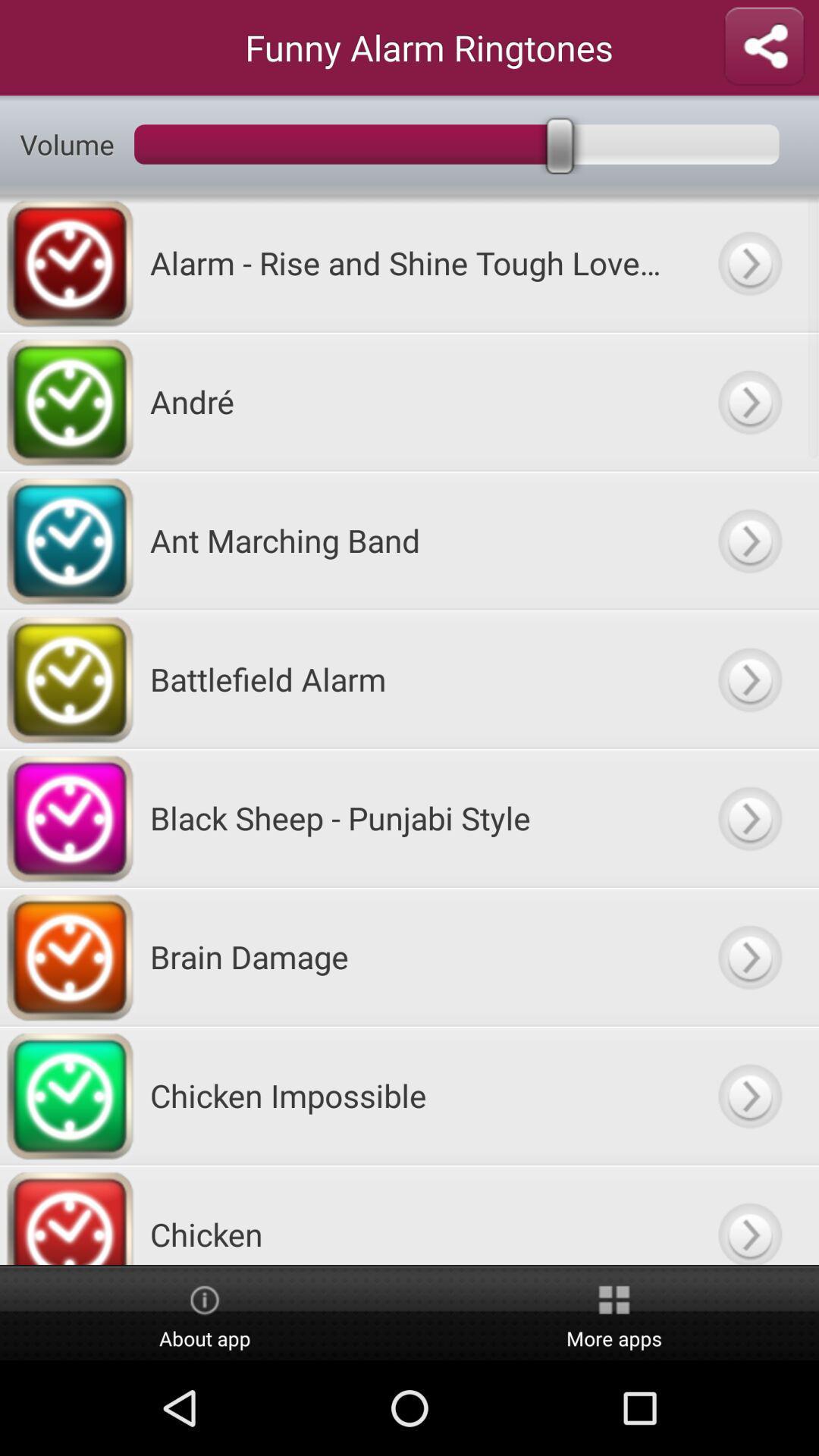  Describe the element at coordinates (748, 678) in the screenshot. I see `alarm` at that location.